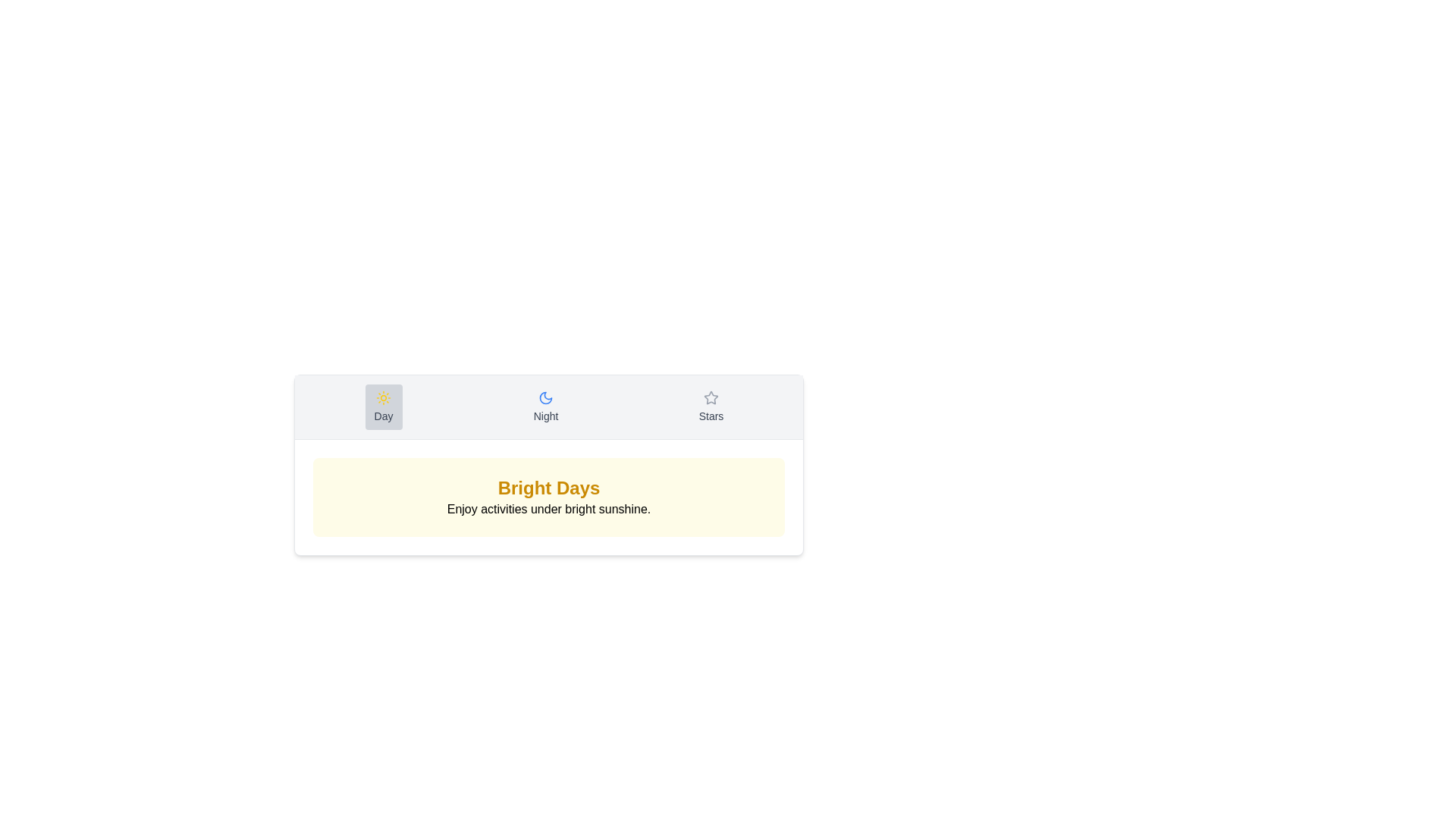  Describe the element at coordinates (711, 406) in the screenshot. I see `the tab labeled Stars` at that location.